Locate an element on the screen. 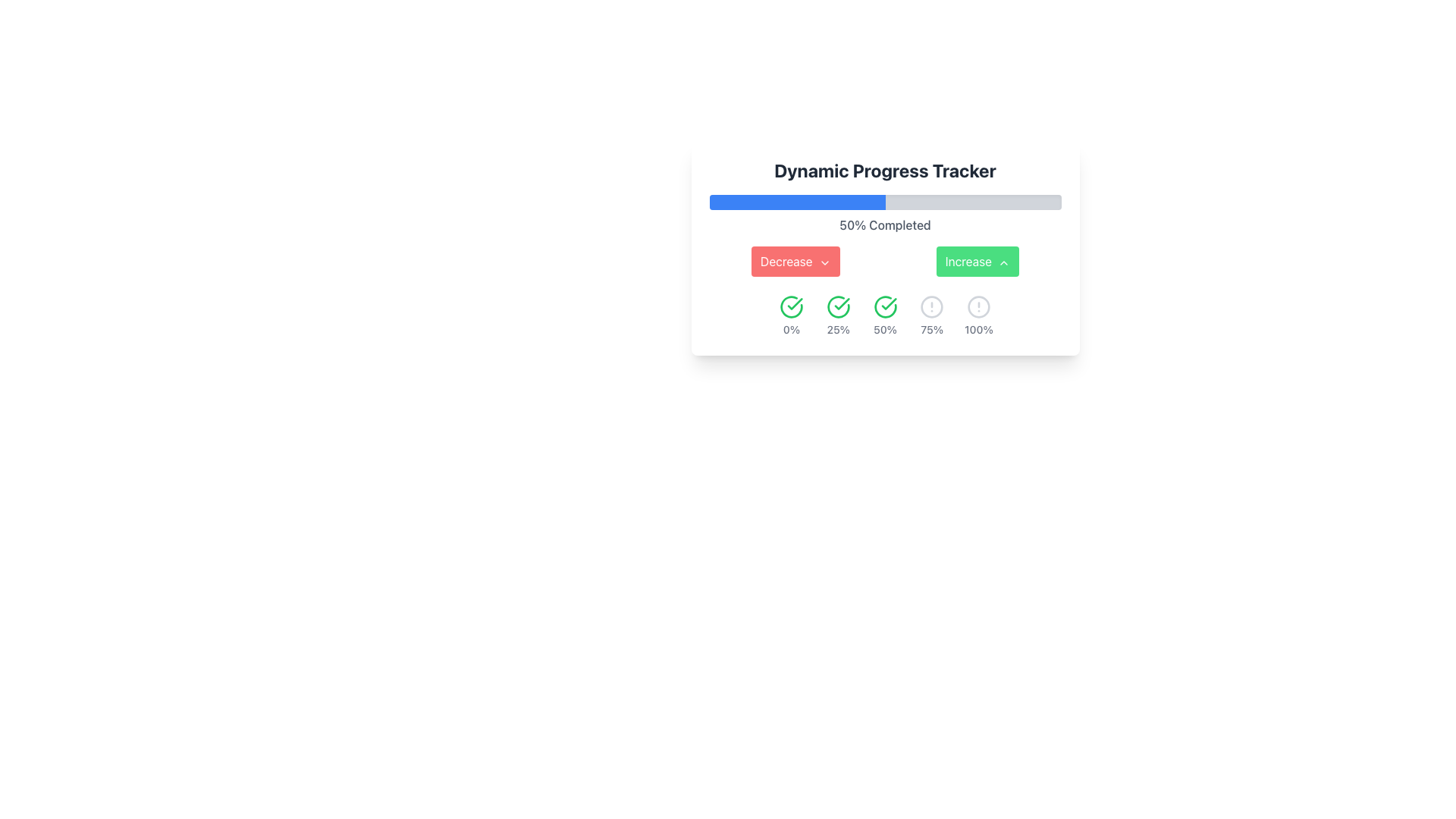 Image resolution: width=1456 pixels, height=819 pixels. the status represented by the first circular green icon with a checkmark in the progress tracking panel, located above '0%' is located at coordinates (790, 307).